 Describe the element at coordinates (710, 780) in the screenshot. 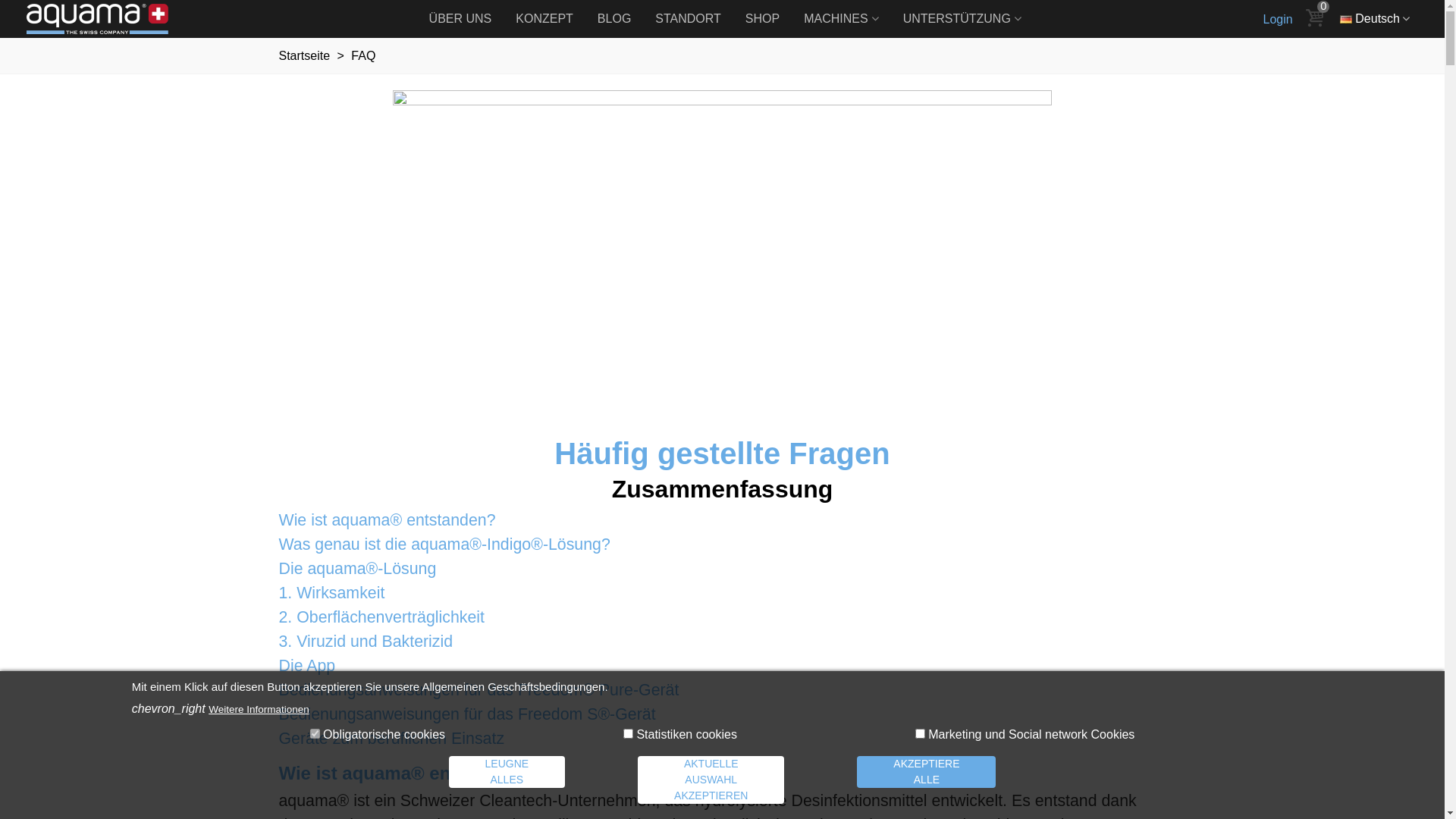

I see `'AKTUELLE AUSWAHL AKZEPTIEREN'` at that location.